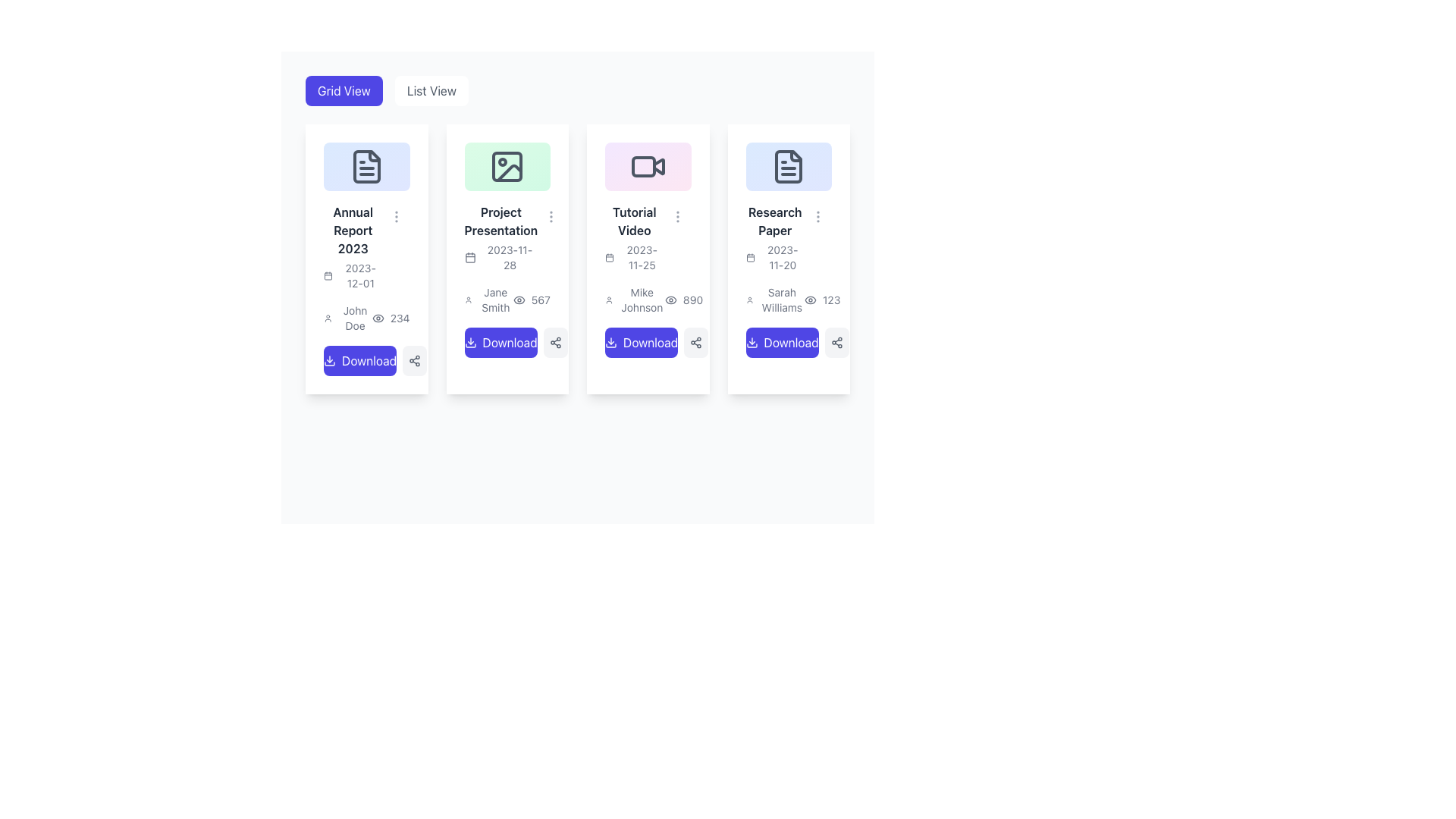 Image resolution: width=1456 pixels, height=819 pixels. What do you see at coordinates (789, 342) in the screenshot?
I see `the 'Download' button with a purple background and white text, located at the bottom of the 'Research Paper' card to download the document` at bounding box center [789, 342].